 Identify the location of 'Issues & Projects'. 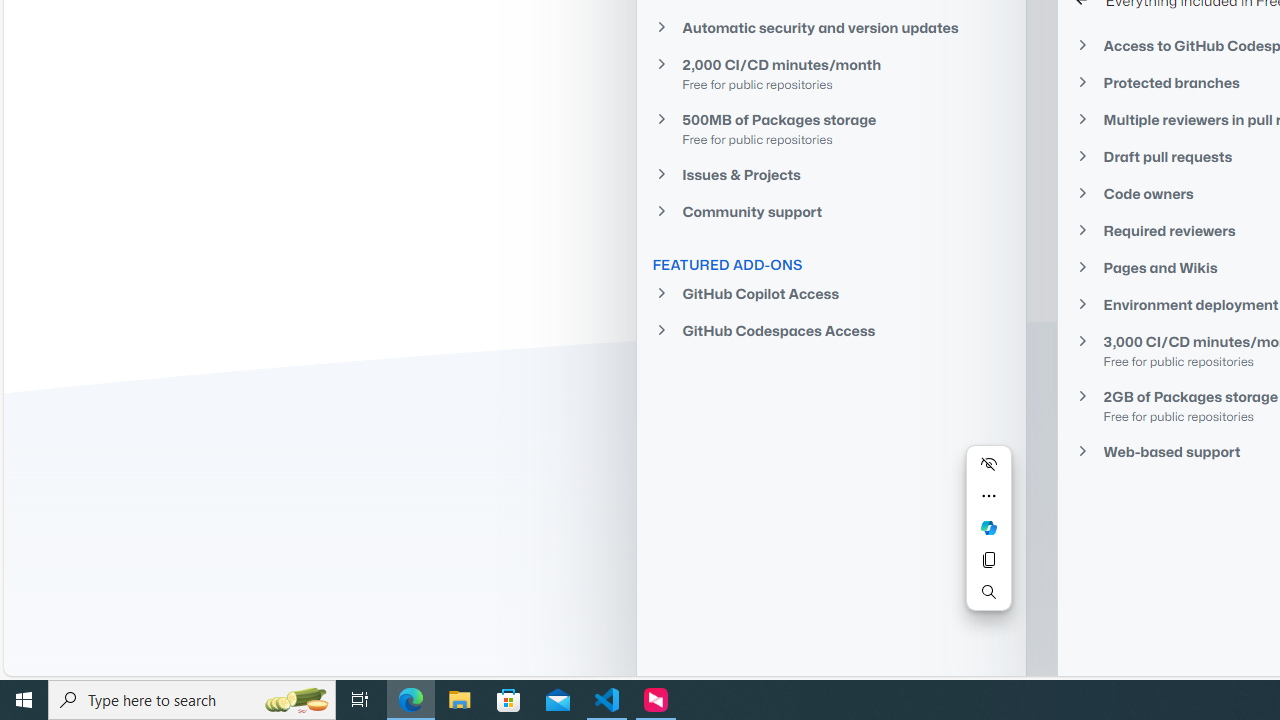
(830, 173).